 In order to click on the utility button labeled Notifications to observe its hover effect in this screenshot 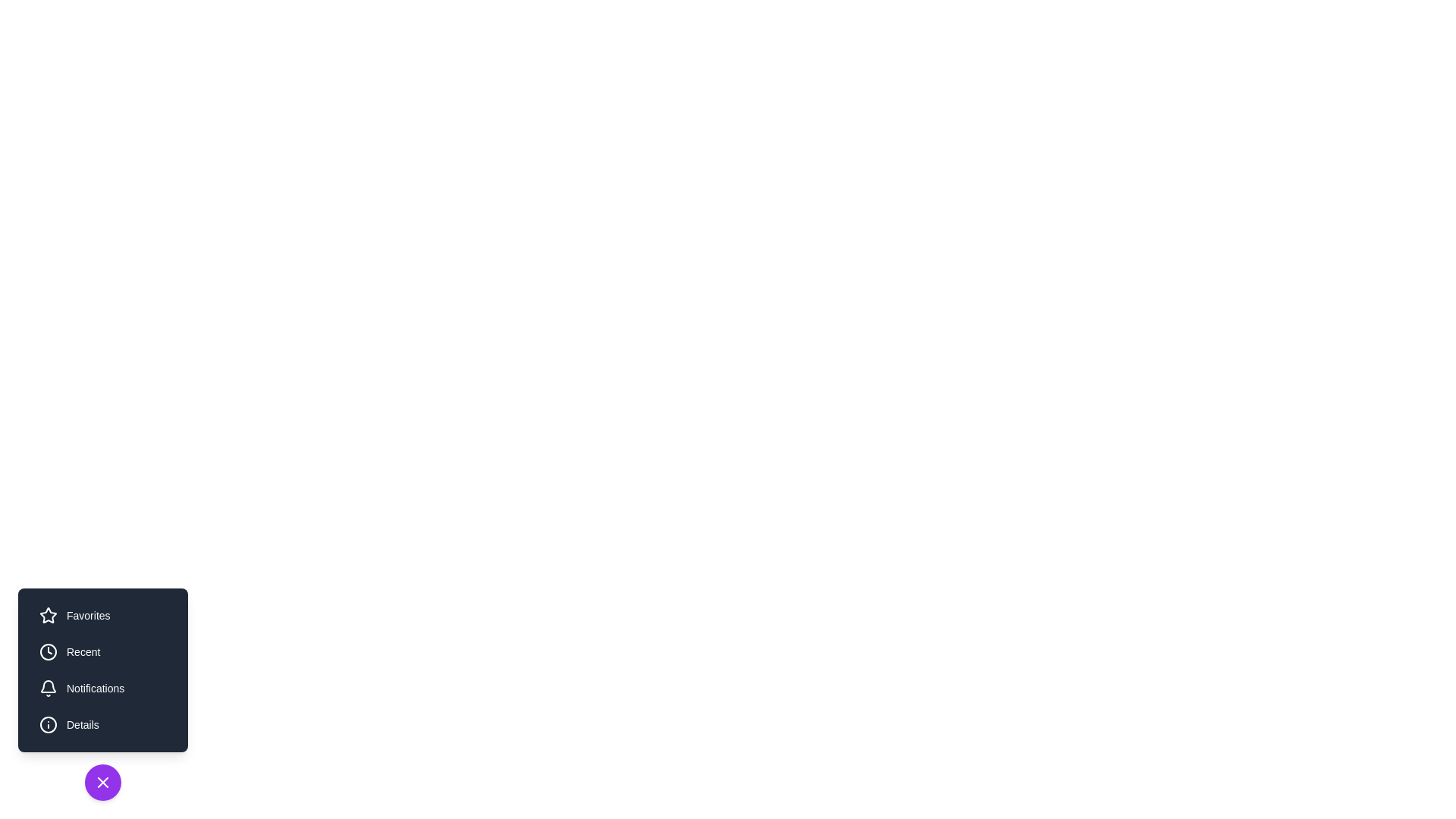, I will do `click(102, 688)`.